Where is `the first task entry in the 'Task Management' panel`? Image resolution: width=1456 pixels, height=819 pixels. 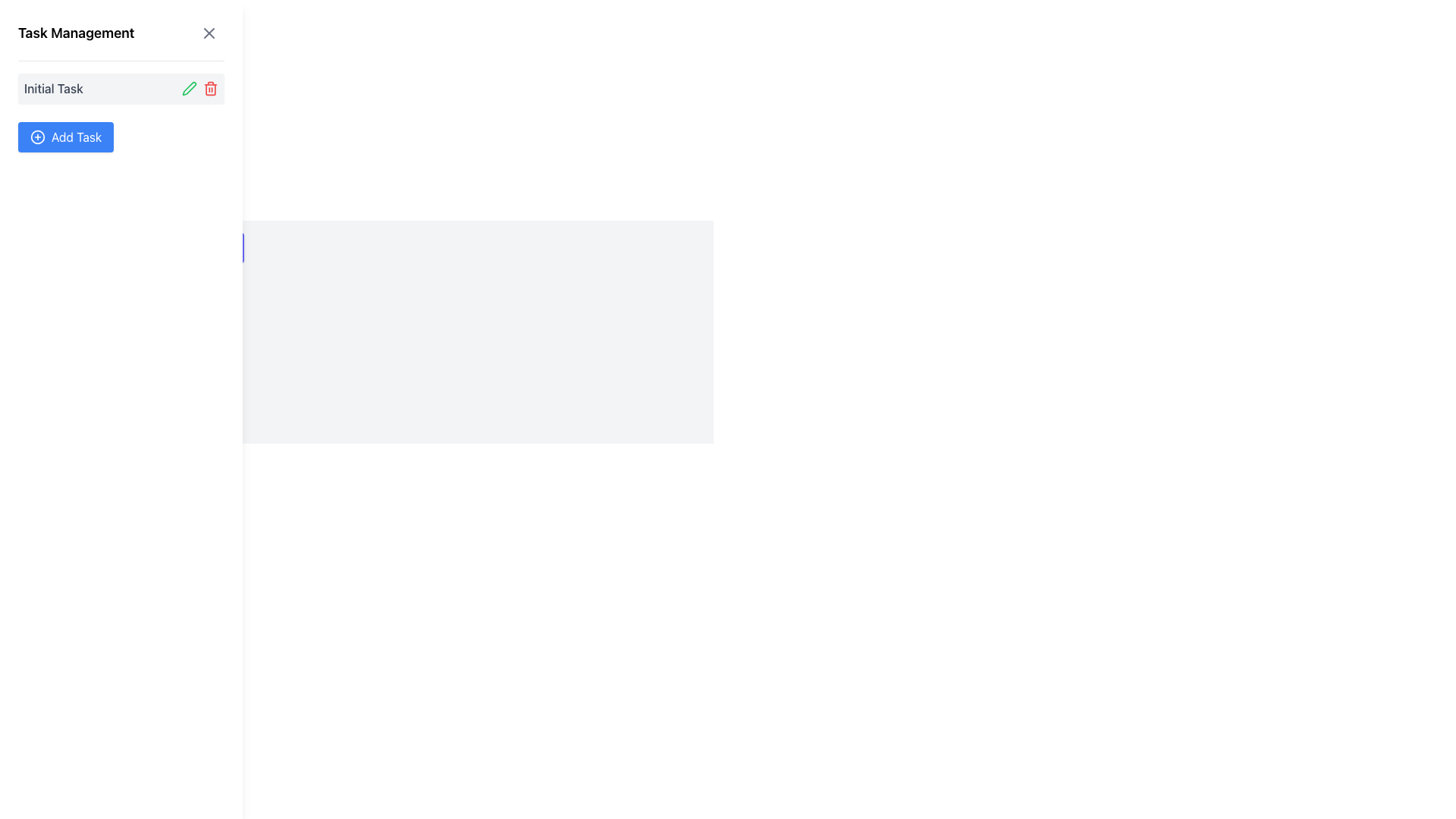 the first task entry in the 'Task Management' panel is located at coordinates (120, 88).